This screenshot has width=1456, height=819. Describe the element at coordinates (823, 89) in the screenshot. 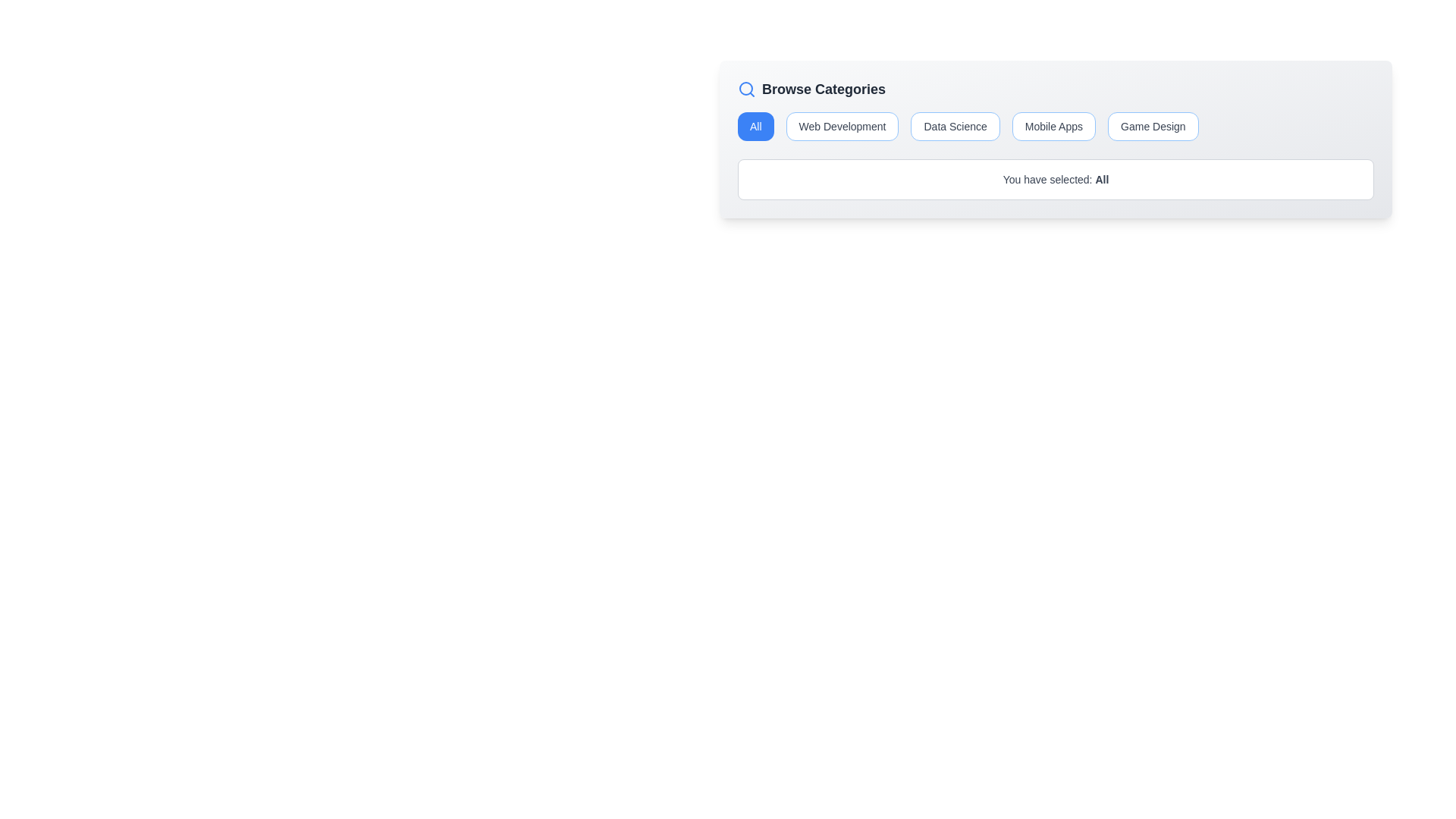

I see `the text label that serves as a heading or title for the section where users can browse different categories, positioned to the immediate right of a search icon` at that location.